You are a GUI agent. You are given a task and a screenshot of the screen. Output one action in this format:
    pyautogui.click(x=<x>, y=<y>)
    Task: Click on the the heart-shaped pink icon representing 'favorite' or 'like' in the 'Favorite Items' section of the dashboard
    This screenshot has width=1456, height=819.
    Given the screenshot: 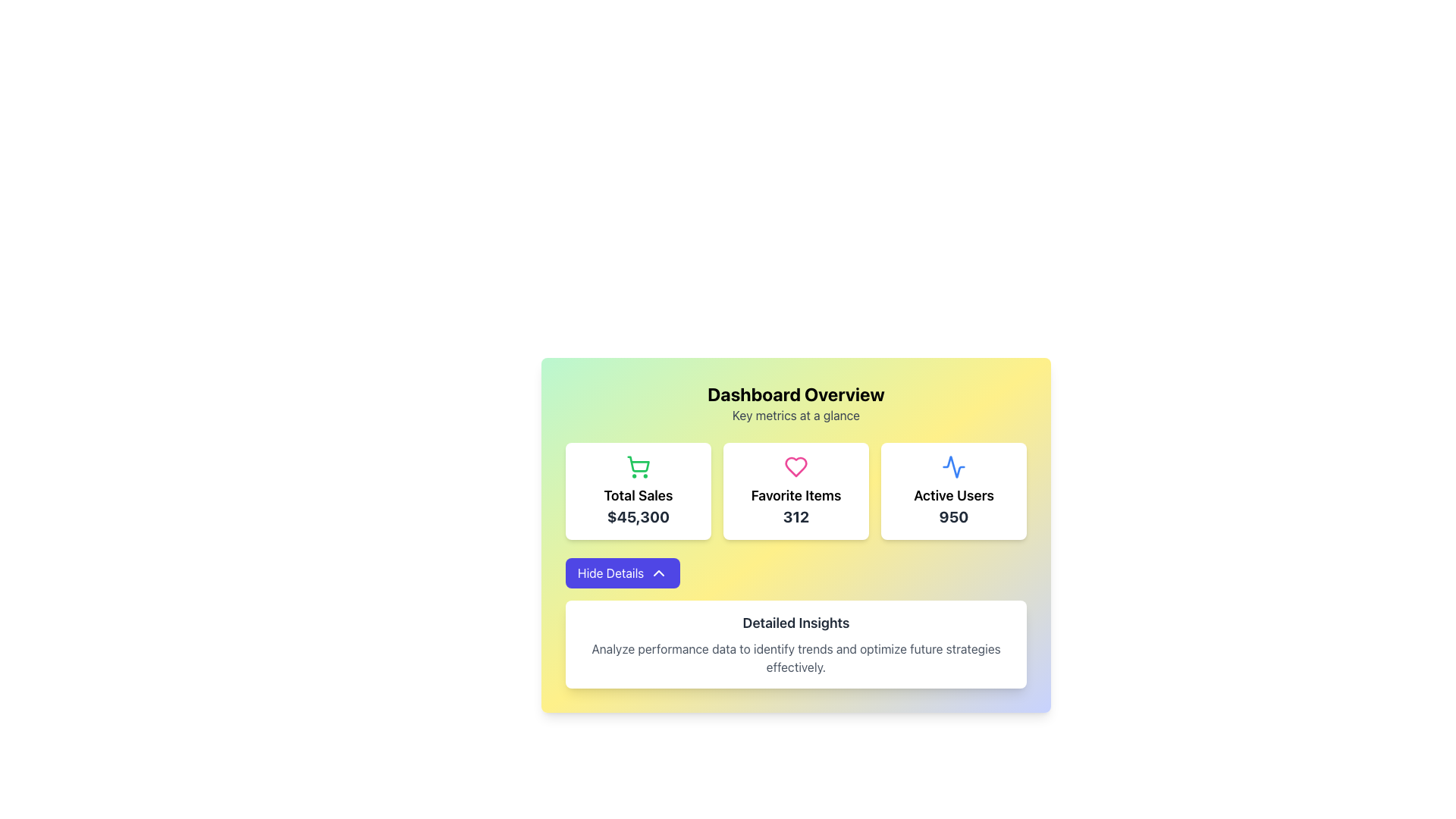 What is the action you would take?
    pyautogui.click(x=795, y=466)
    